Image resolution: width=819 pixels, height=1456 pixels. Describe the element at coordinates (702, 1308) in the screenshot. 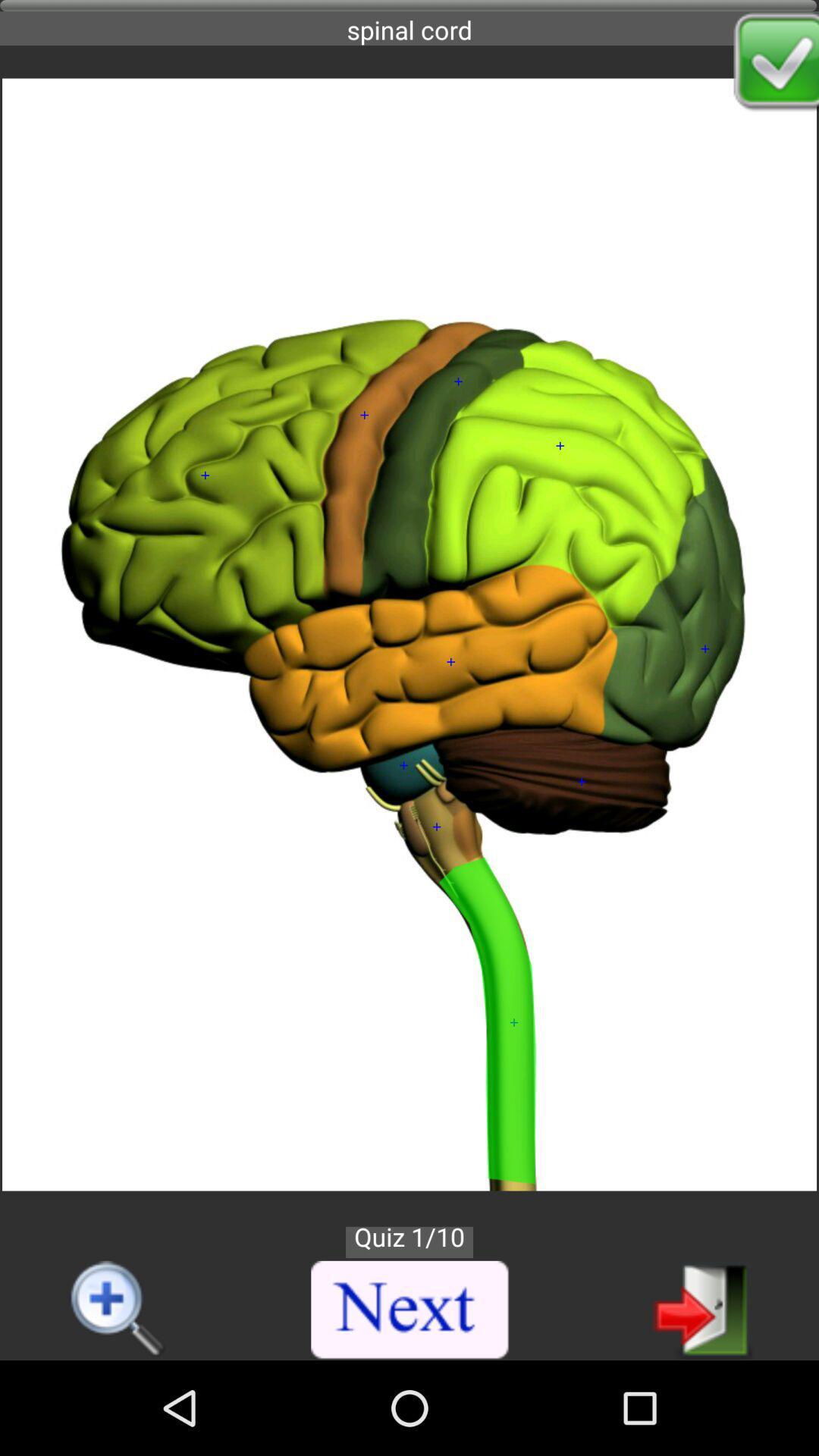

I see `item at the bottom right corner` at that location.